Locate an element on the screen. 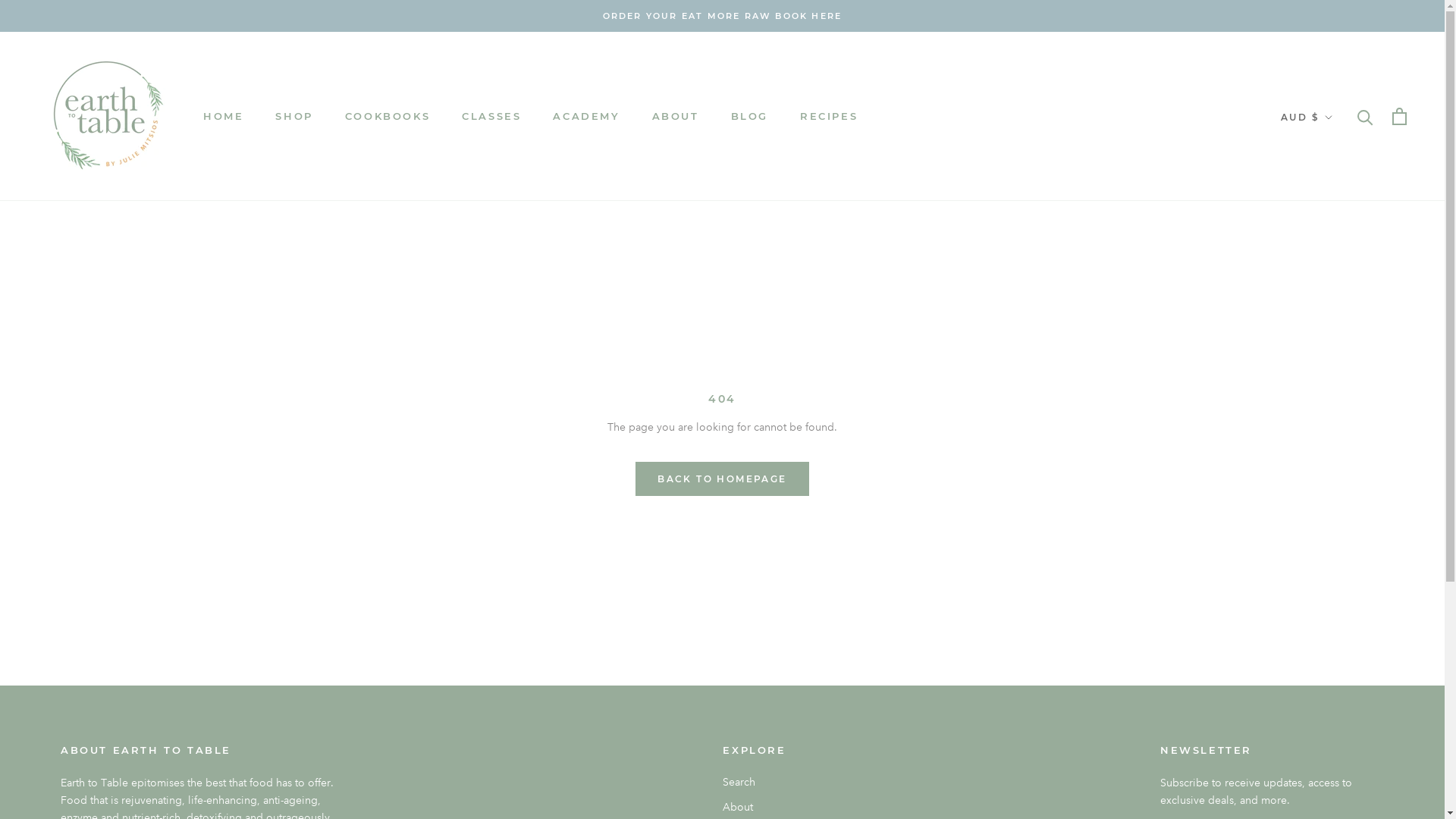  'BAM' is located at coordinates (1335, 331).